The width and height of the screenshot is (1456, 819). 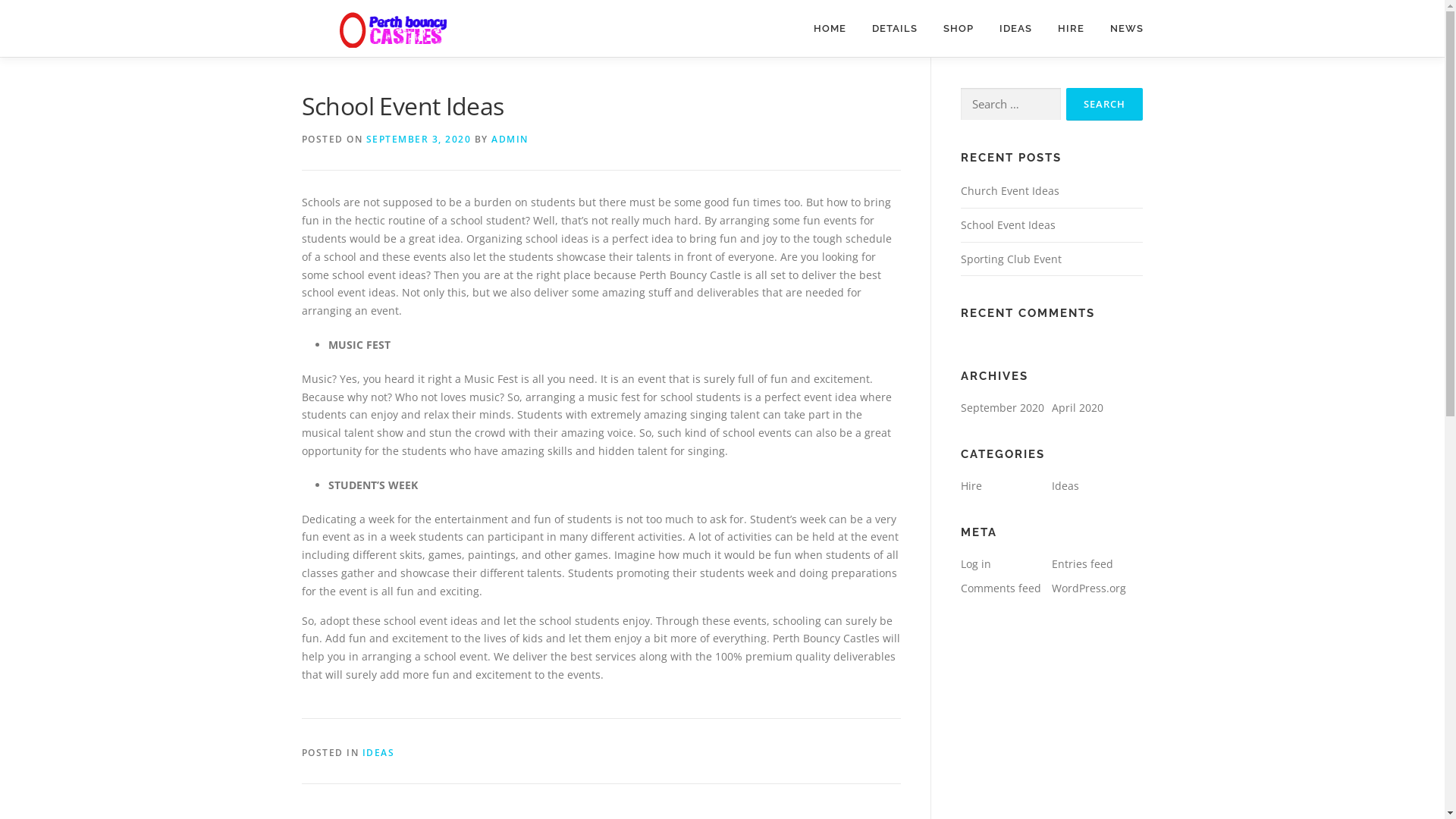 I want to click on 'Search', so click(x=1104, y=103).